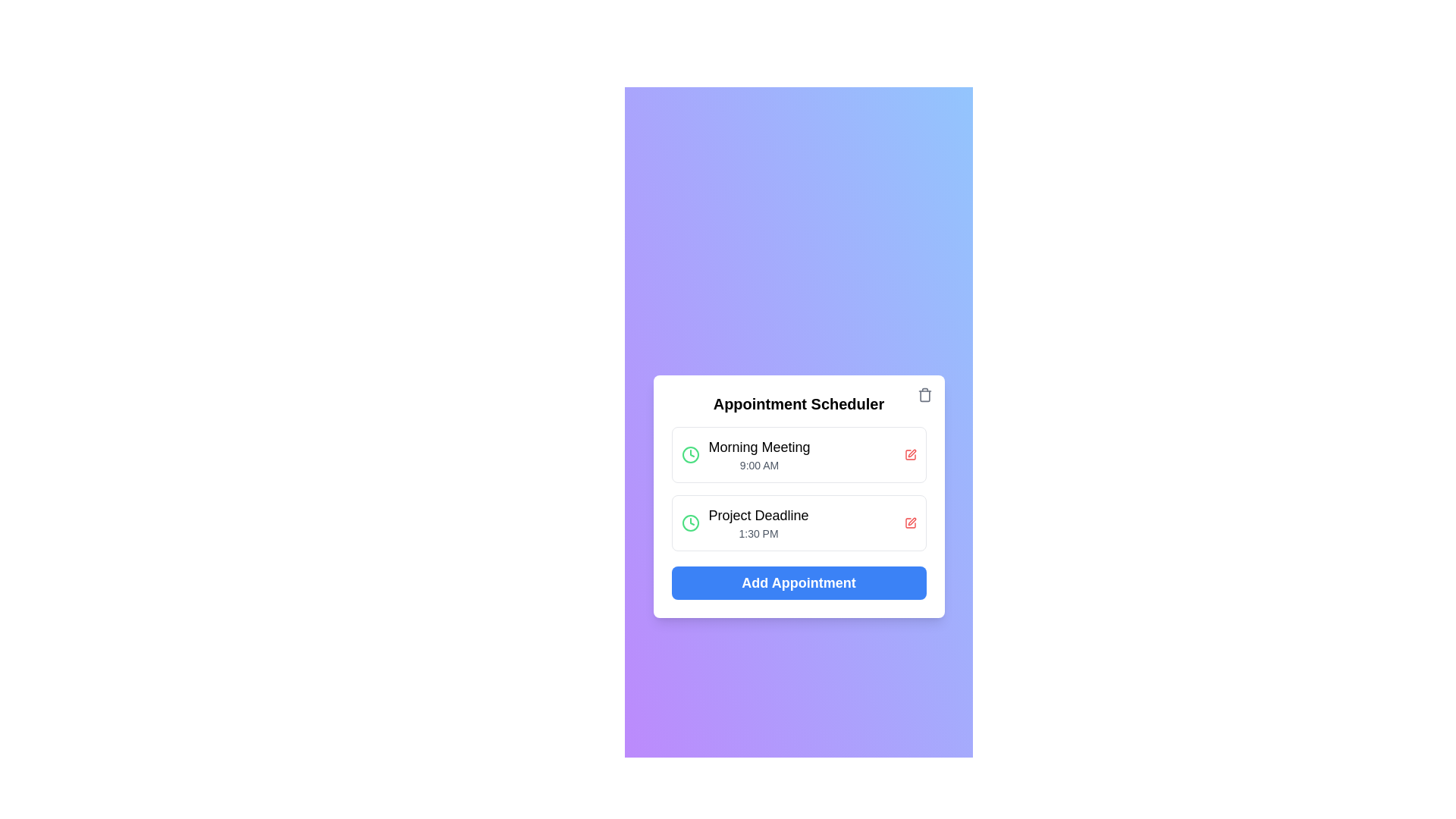 The height and width of the screenshot is (819, 1456). I want to click on the red edit button, which is a small square icon resembling a pen, located at the far right of the 'Project Deadline' task entry to initiate the edit action, so click(910, 522).